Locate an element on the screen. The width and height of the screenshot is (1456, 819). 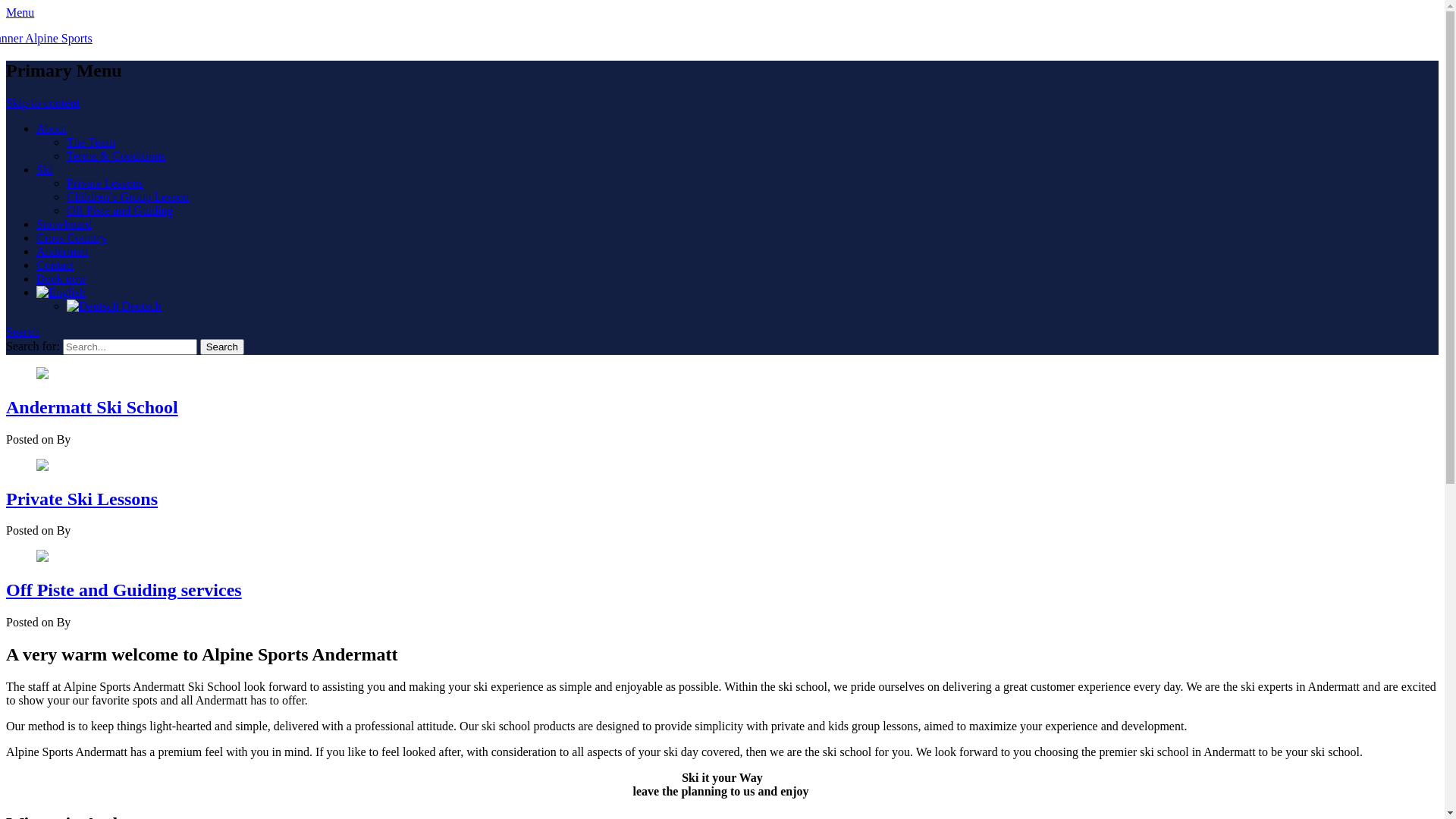
'Private Ski Lessons' is located at coordinates (81, 499).